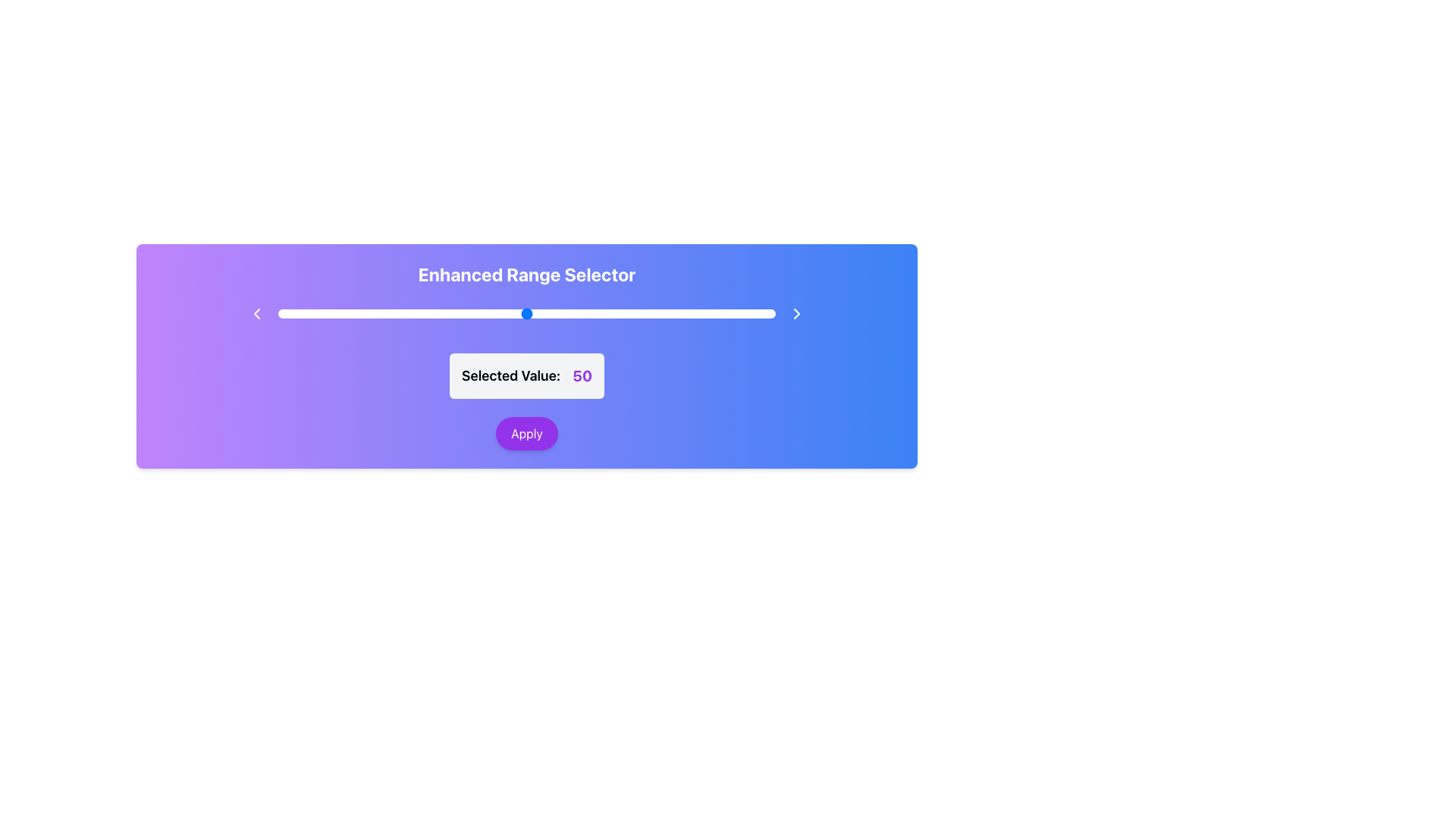 This screenshot has width=1456, height=819. Describe the element at coordinates (392, 312) in the screenshot. I see `the range slider` at that location.